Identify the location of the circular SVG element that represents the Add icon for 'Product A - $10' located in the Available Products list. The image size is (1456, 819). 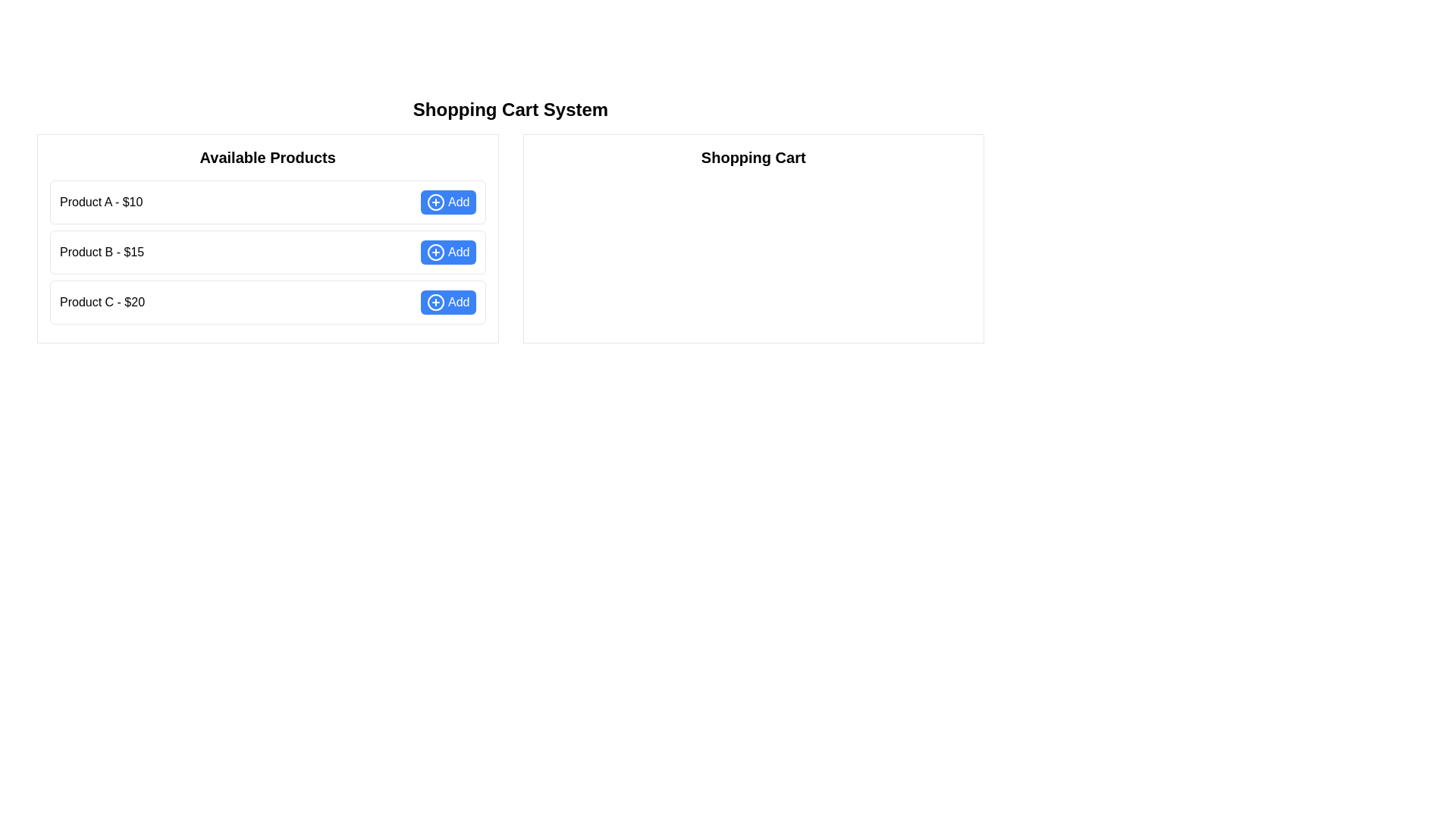
(435, 201).